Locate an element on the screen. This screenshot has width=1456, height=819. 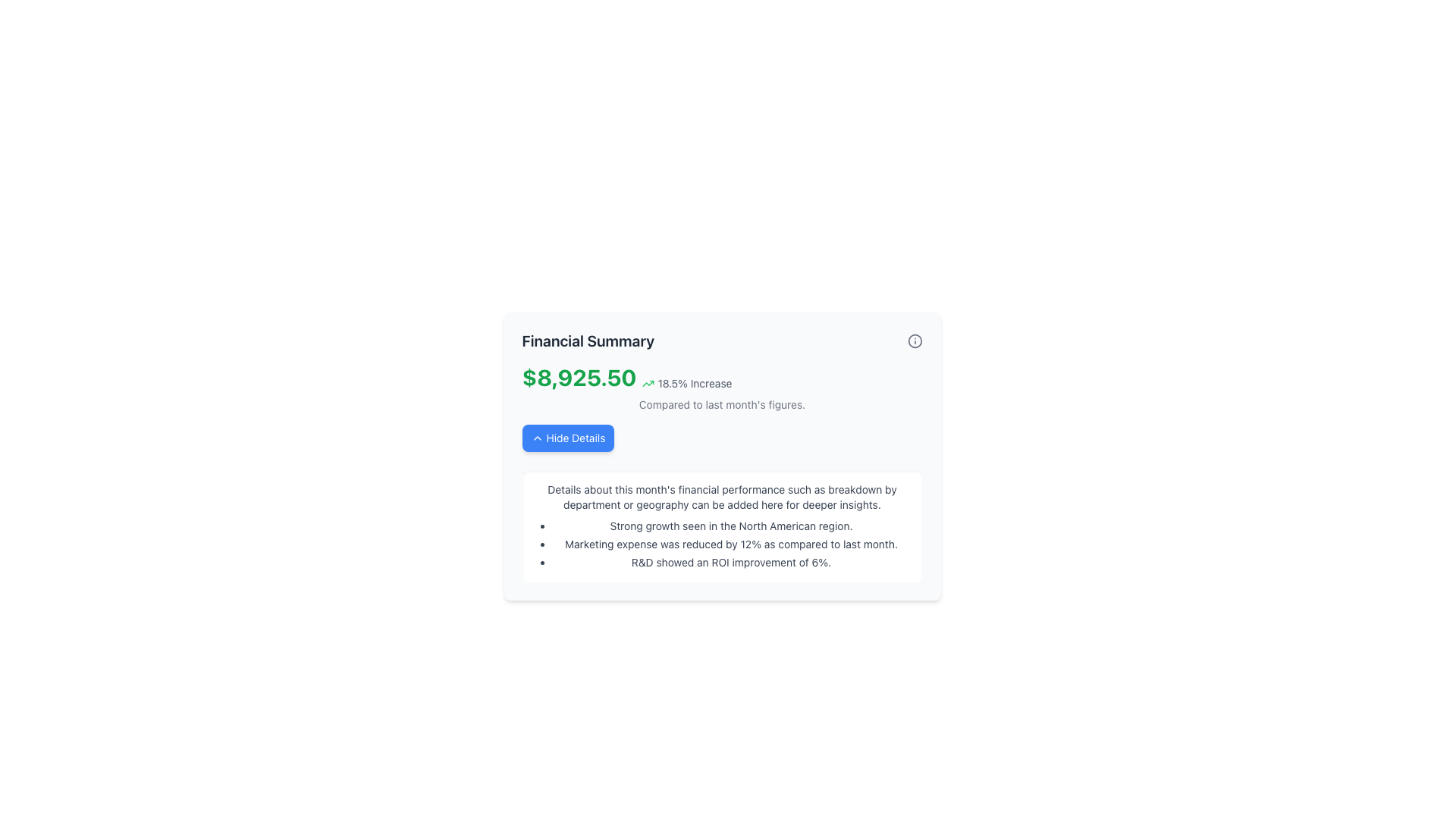
the green upward trend arrow icon with the text '18.5% Increase' located in the 'Financial Summary' section is located at coordinates (686, 382).